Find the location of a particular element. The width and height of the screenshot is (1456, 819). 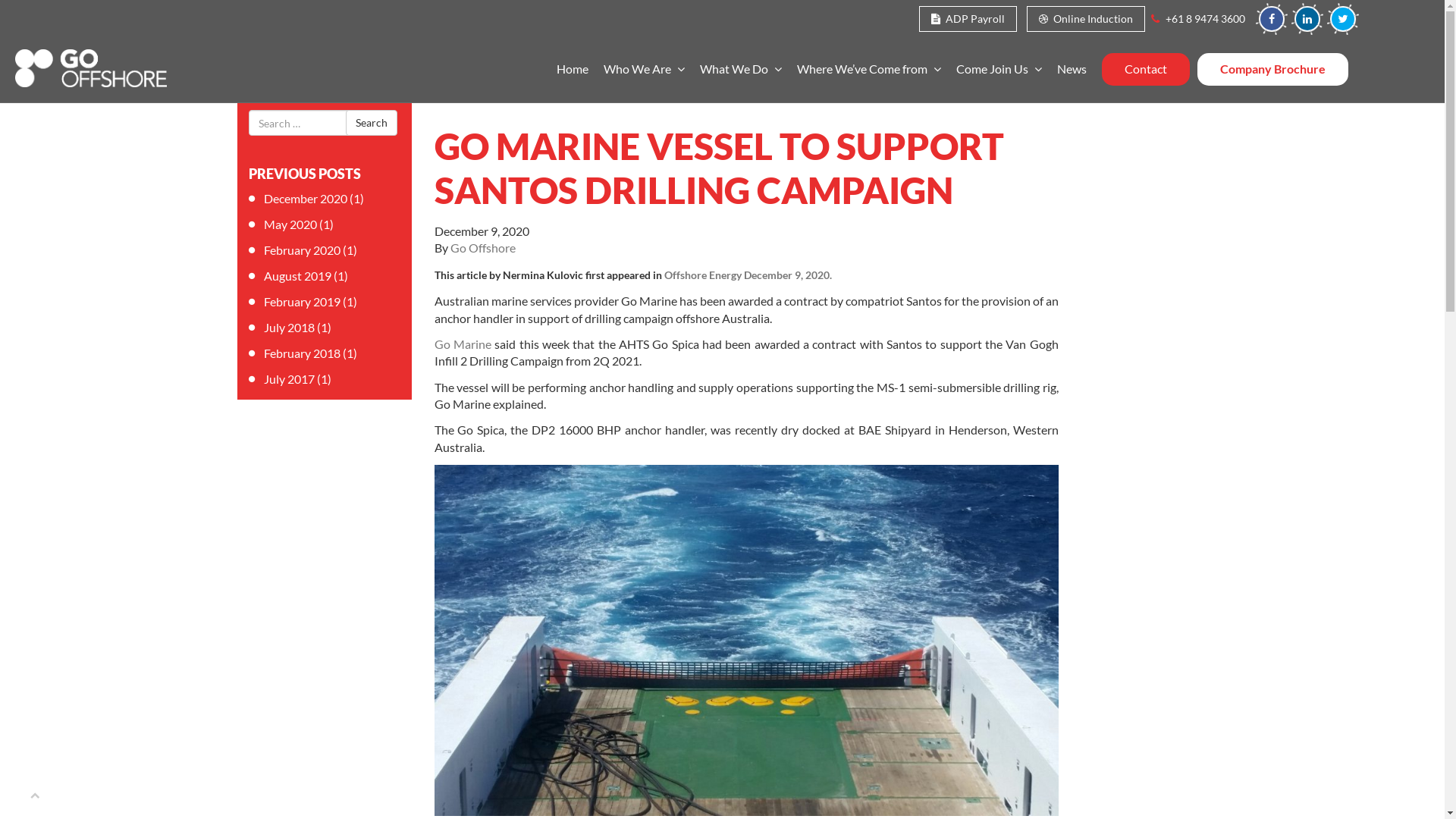

'Who We Are' is located at coordinates (644, 70).